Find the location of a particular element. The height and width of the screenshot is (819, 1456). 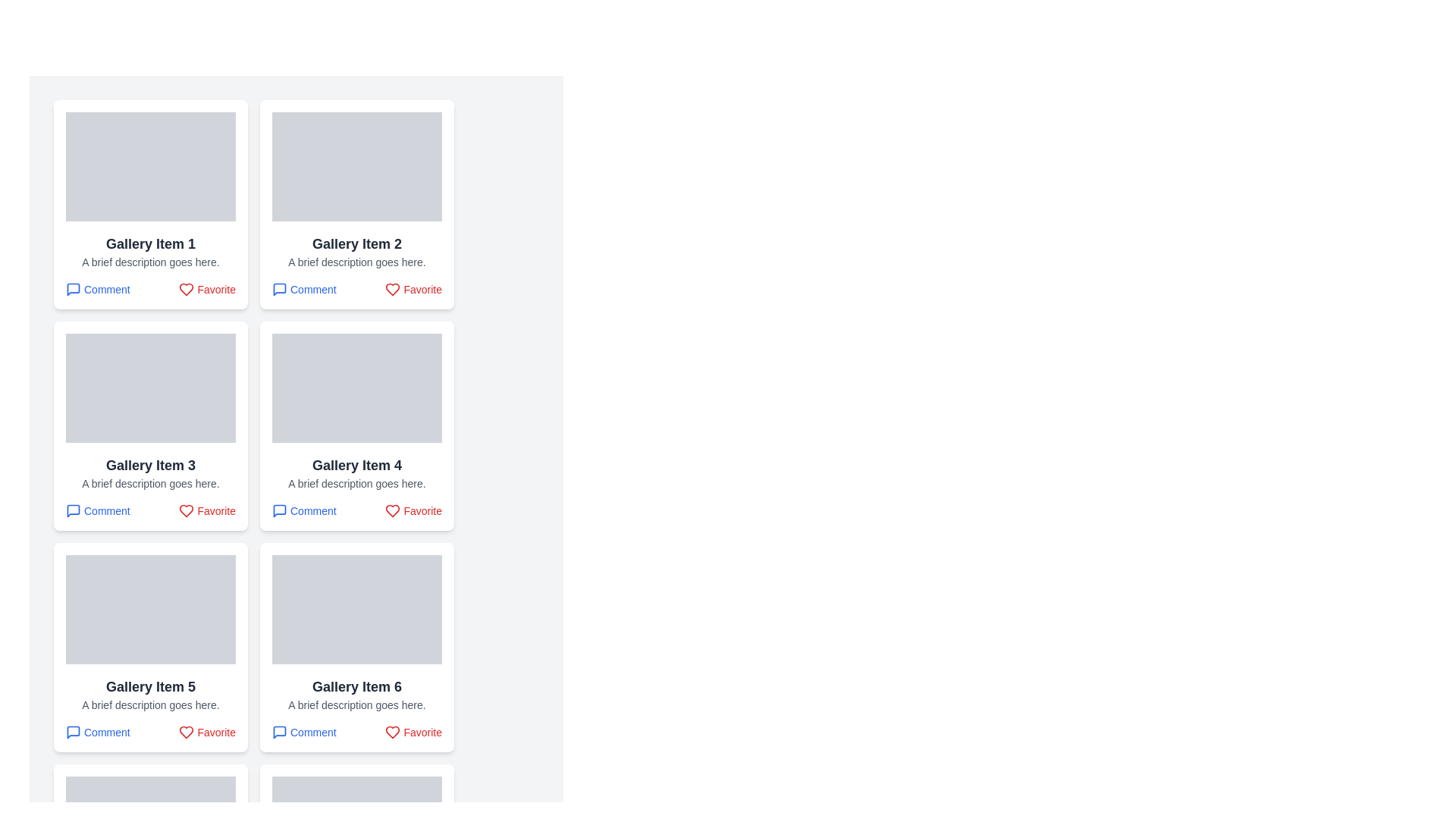

the button located at the bottom-left corner of the card labeled 'Gallery Item 3' is located at coordinates (97, 511).